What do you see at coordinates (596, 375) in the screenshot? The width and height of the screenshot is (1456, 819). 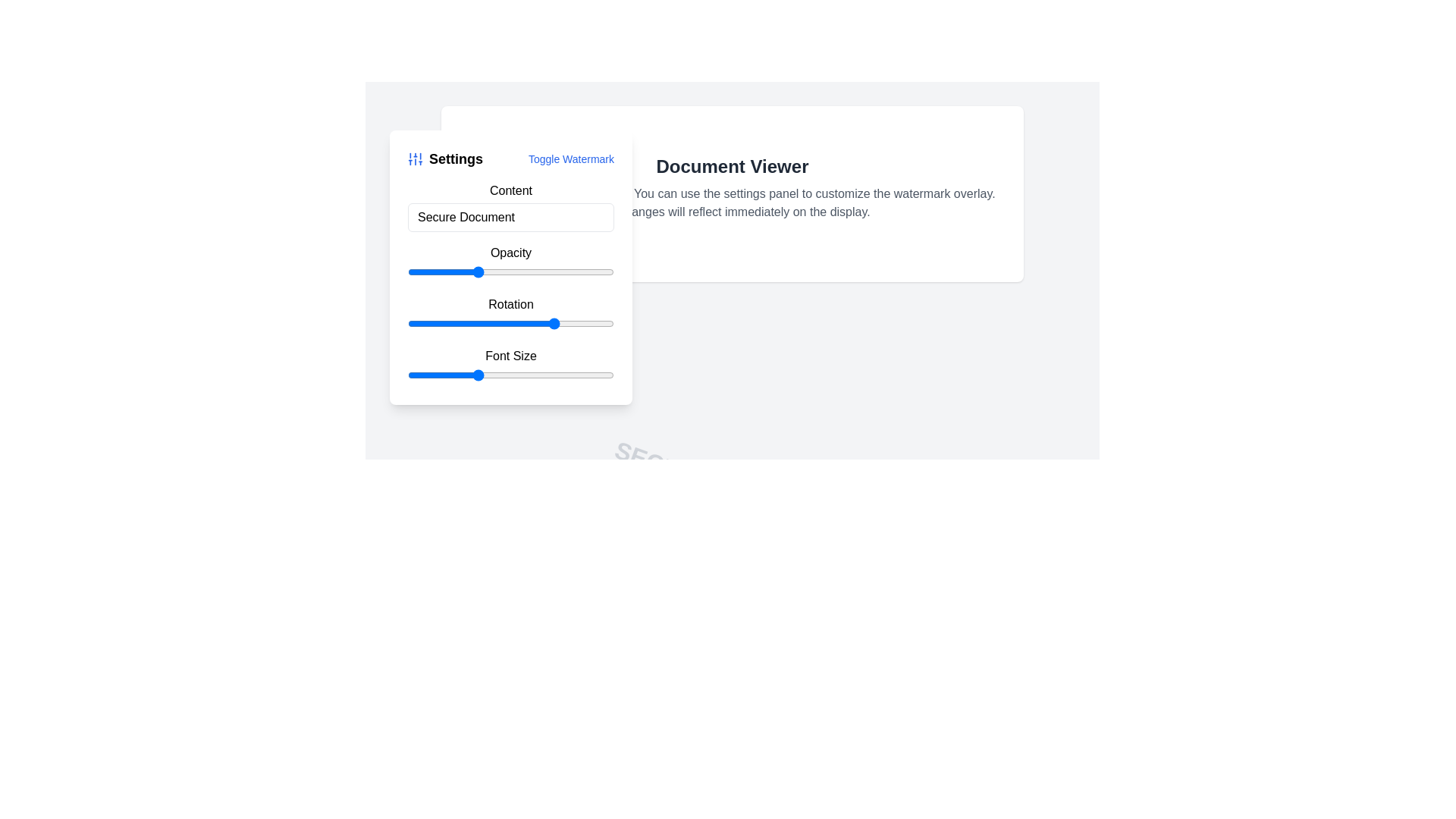 I see `the font size slider` at bounding box center [596, 375].